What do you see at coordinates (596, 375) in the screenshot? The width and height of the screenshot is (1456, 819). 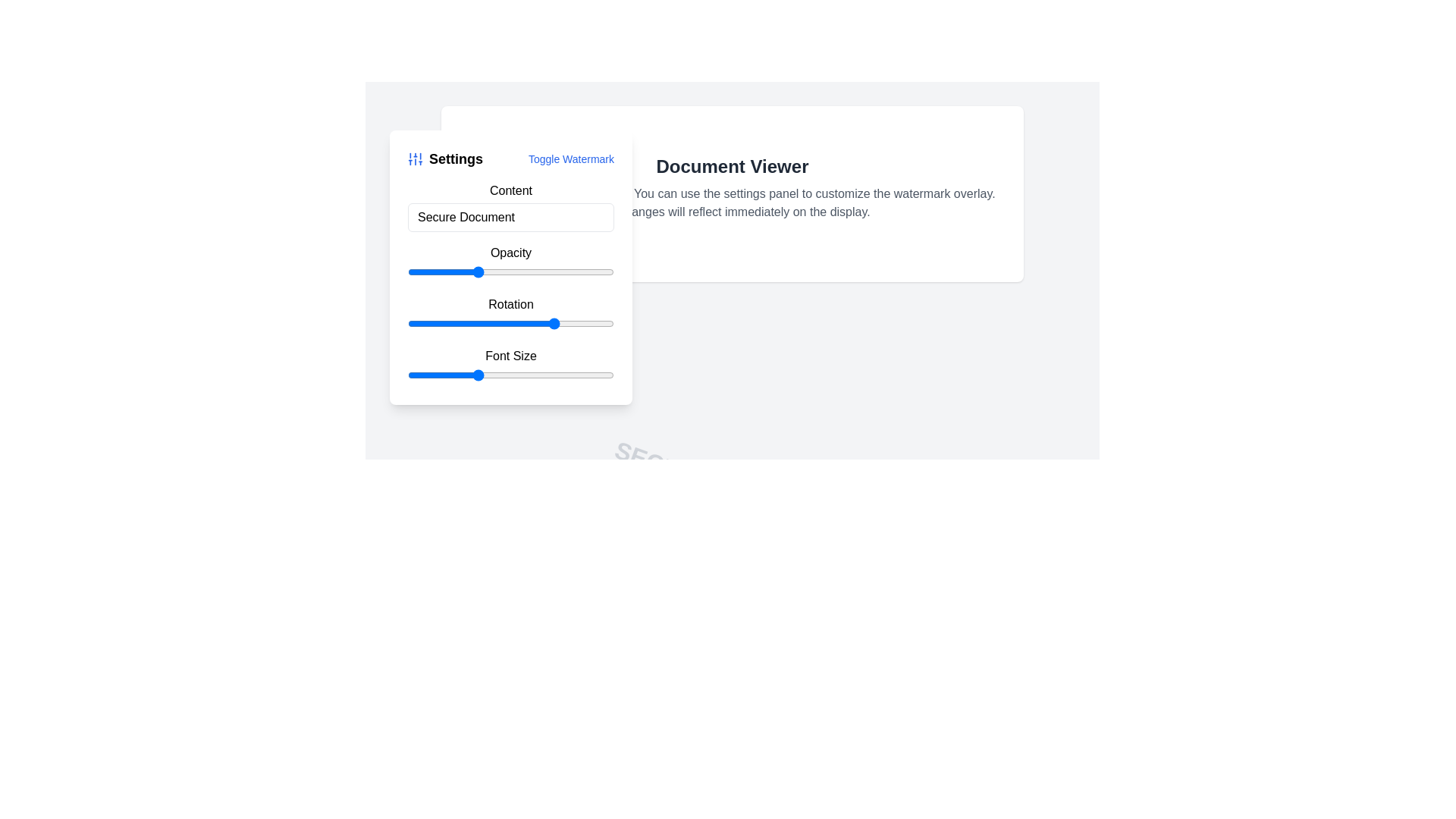 I see `the font size slider` at bounding box center [596, 375].